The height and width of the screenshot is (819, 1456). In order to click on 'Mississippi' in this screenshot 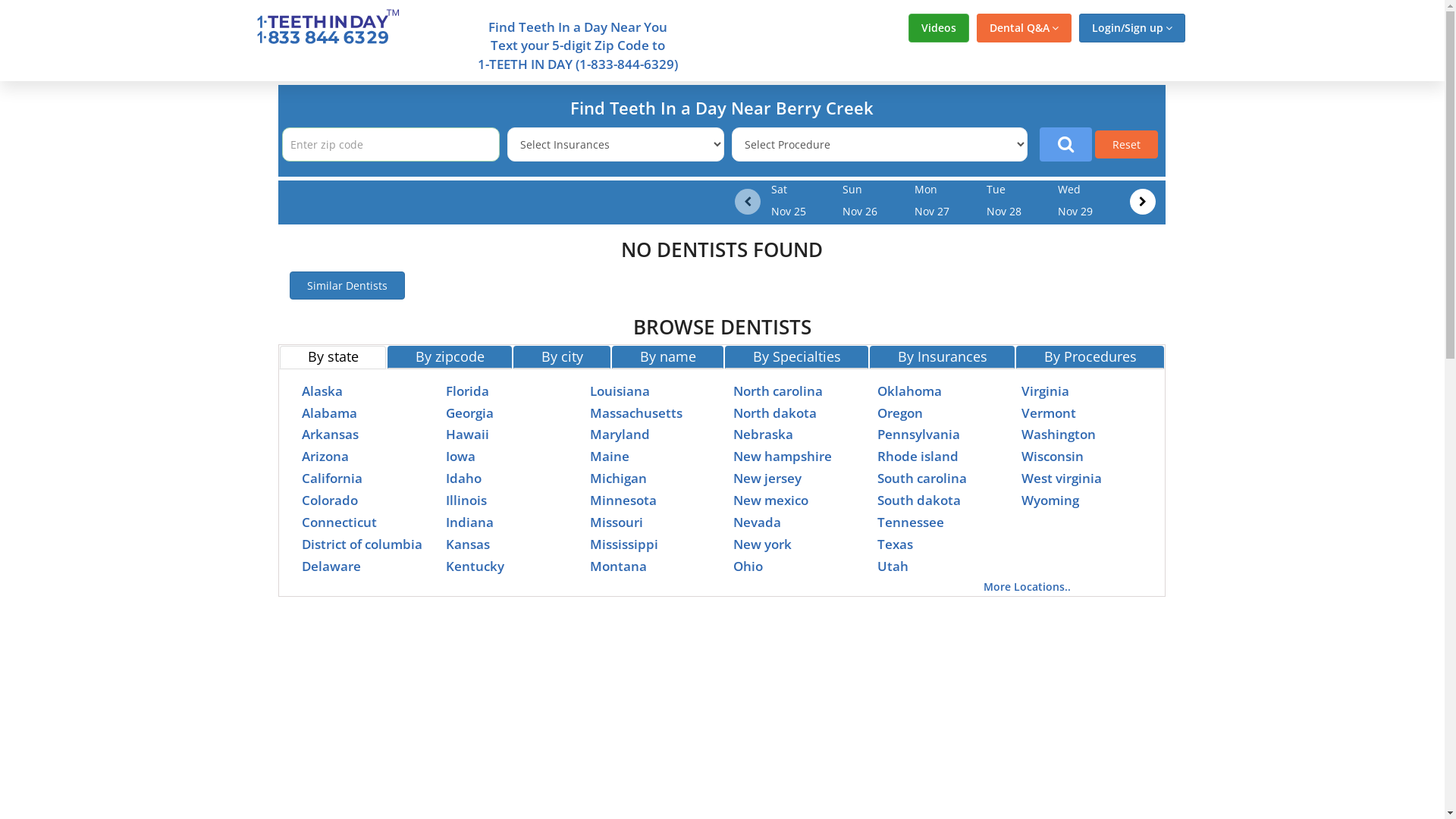, I will do `click(623, 543)`.